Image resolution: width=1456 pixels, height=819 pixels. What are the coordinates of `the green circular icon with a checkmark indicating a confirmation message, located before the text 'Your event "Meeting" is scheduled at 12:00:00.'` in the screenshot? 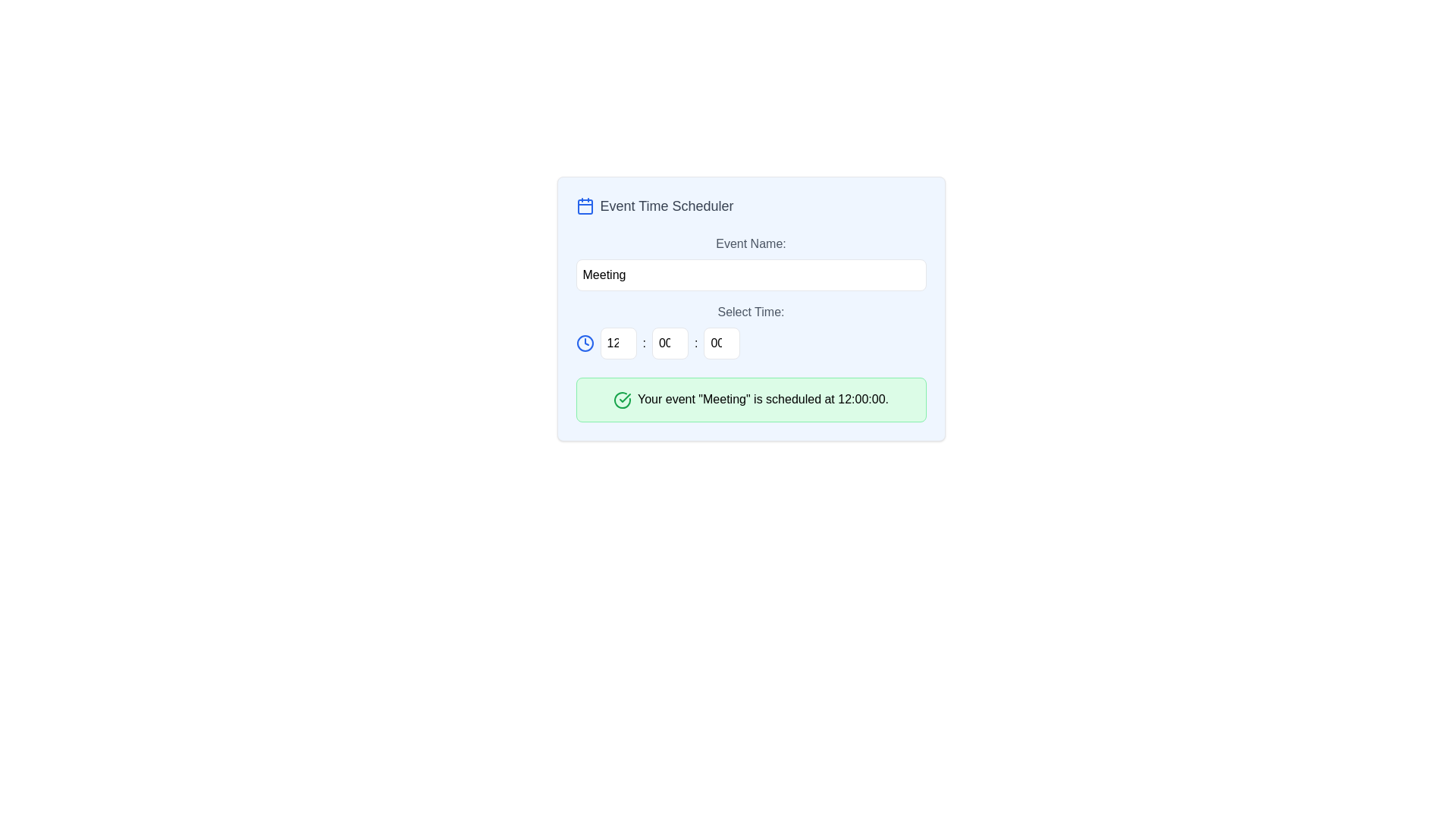 It's located at (622, 399).